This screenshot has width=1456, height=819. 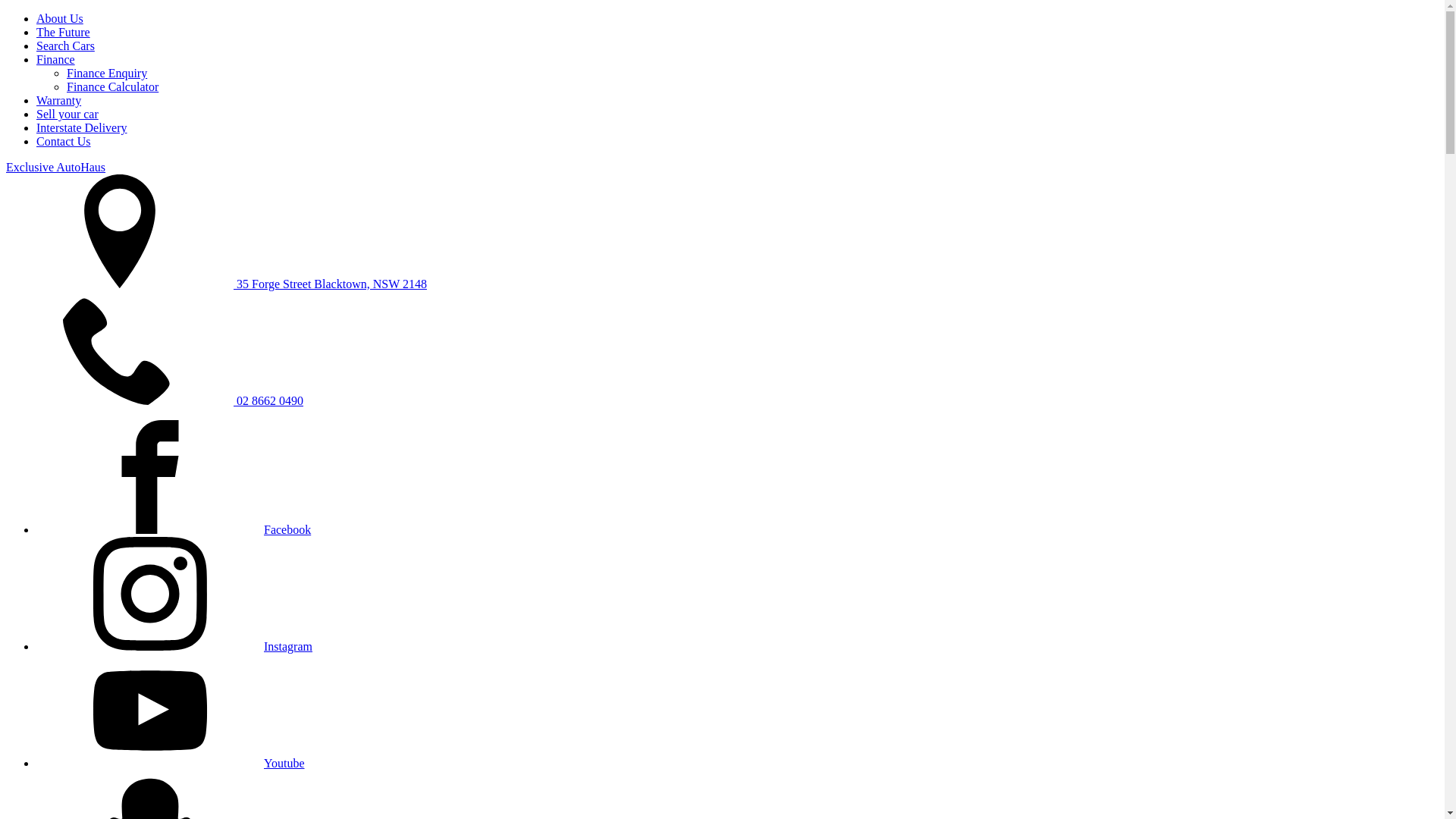 I want to click on 'Instagram', so click(x=174, y=646).